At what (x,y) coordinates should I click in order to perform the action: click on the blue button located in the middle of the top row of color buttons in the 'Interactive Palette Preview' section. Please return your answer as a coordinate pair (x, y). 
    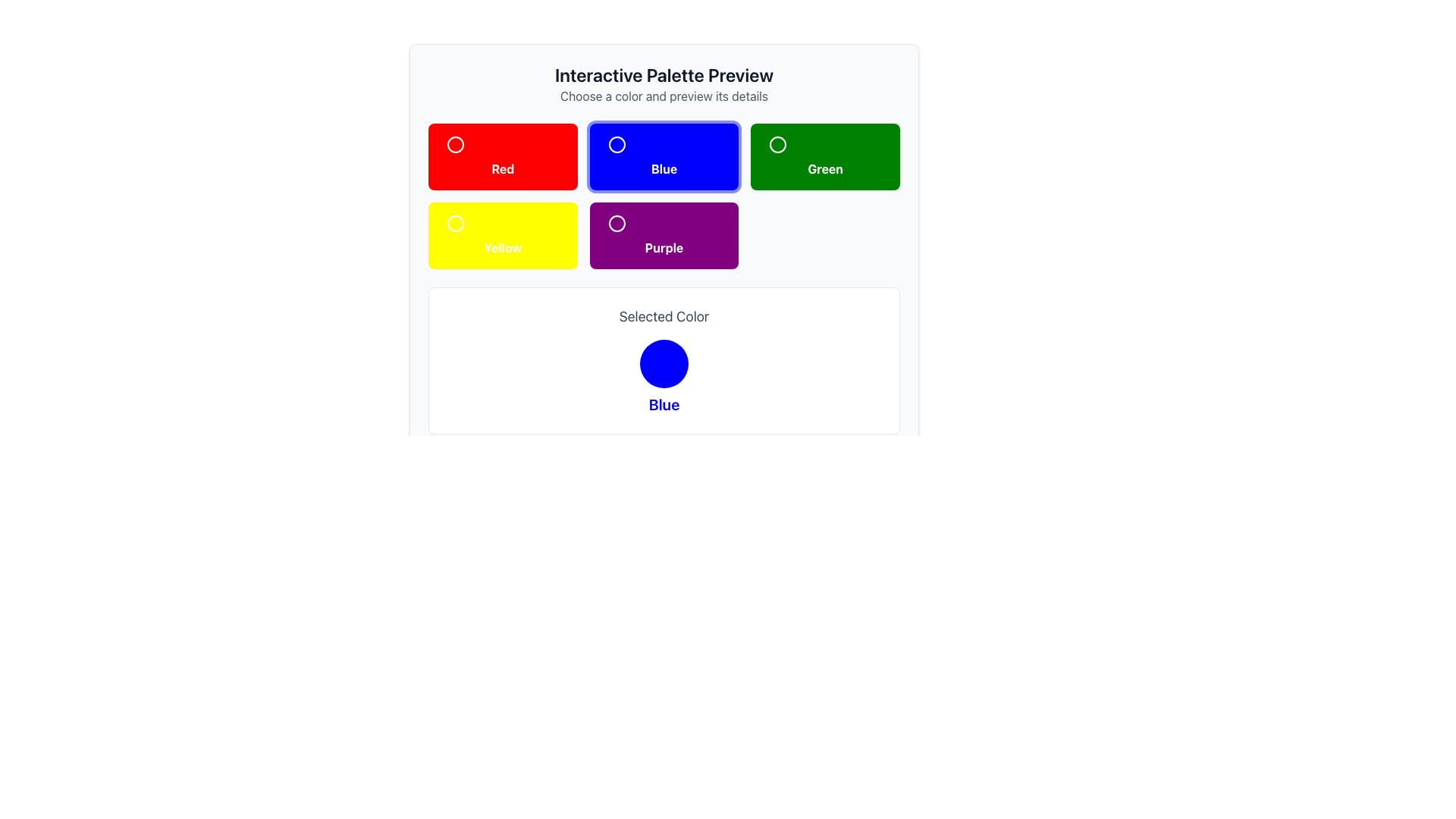
    Looking at the image, I should click on (664, 145).